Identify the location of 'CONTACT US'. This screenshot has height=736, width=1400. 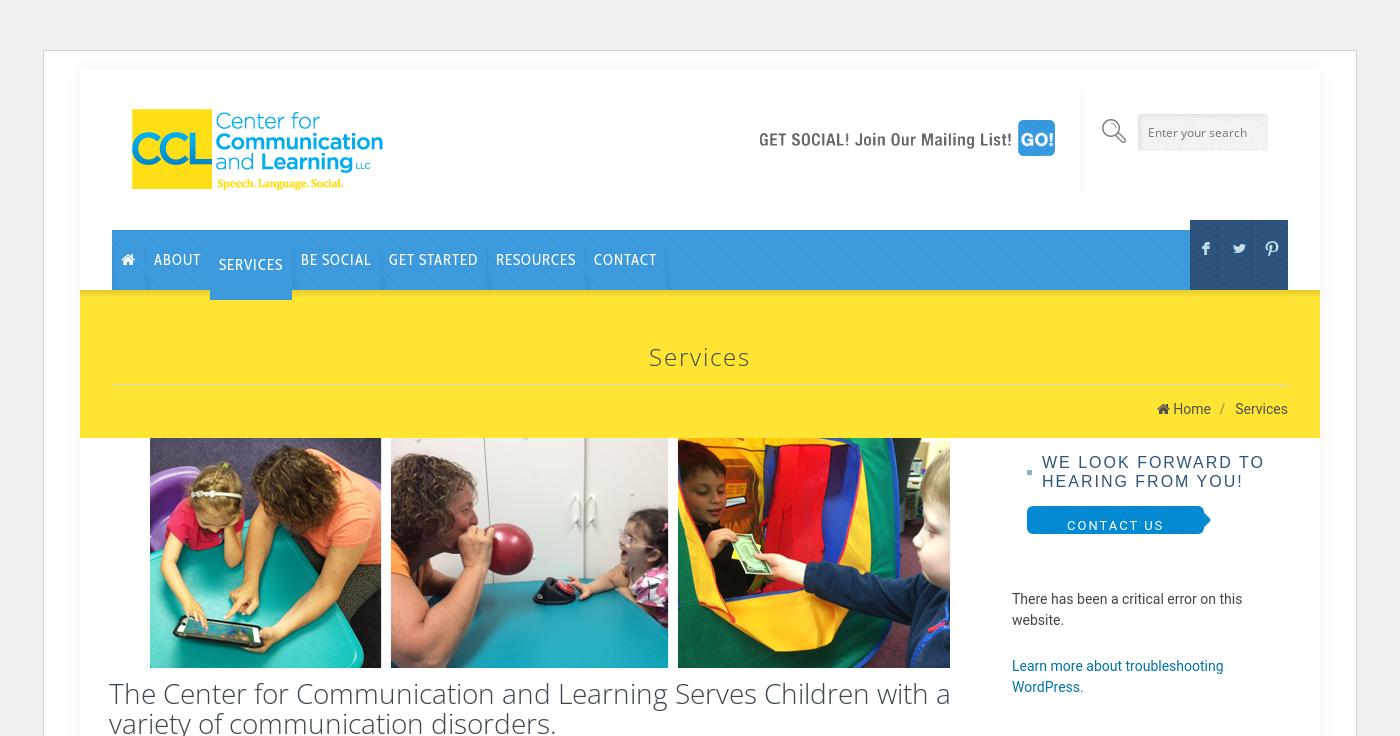
(1115, 525).